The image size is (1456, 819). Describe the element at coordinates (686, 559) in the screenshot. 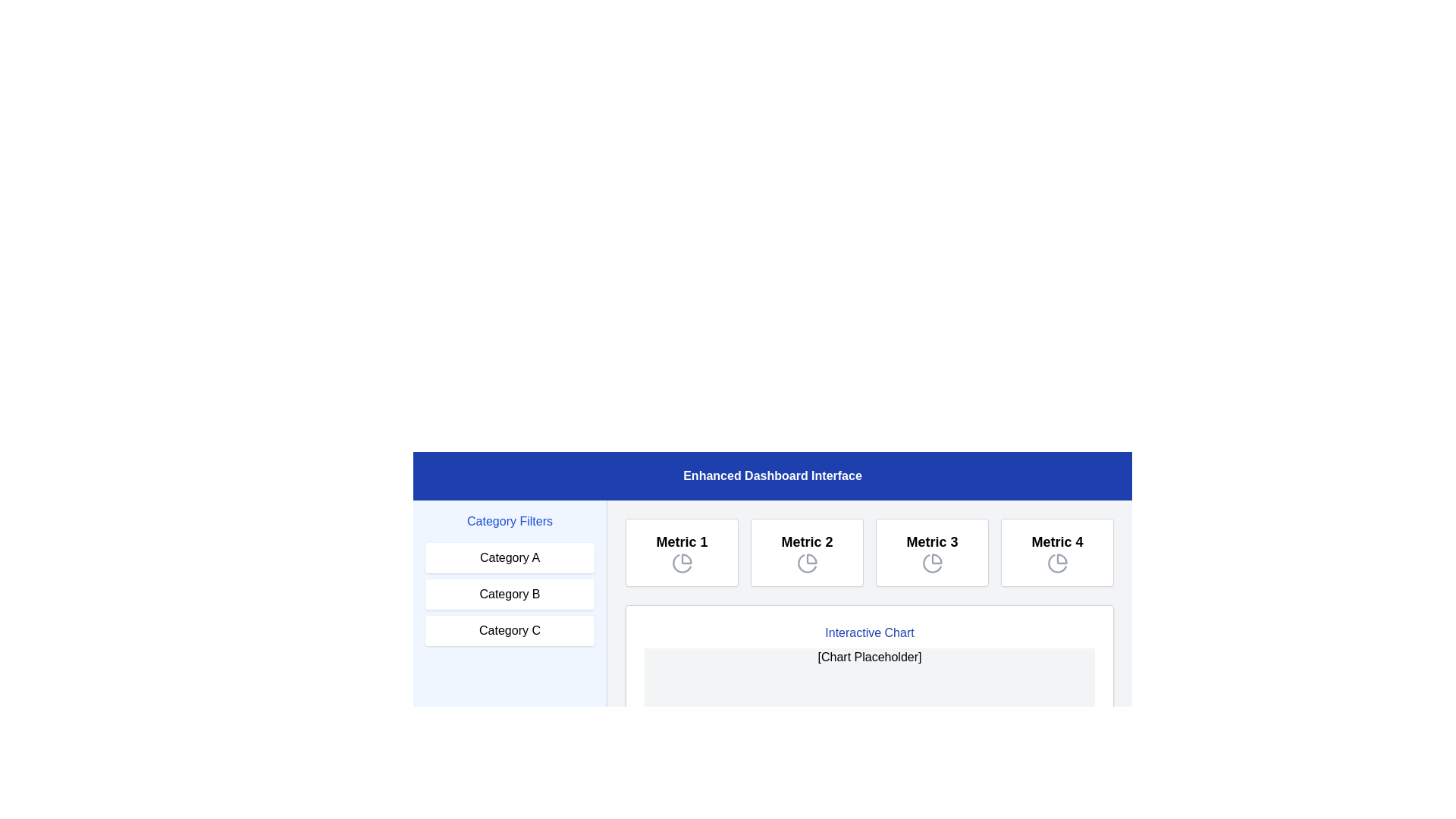

I see `the curved segment of the pie chart icon associated with 'Metric 1'` at that location.